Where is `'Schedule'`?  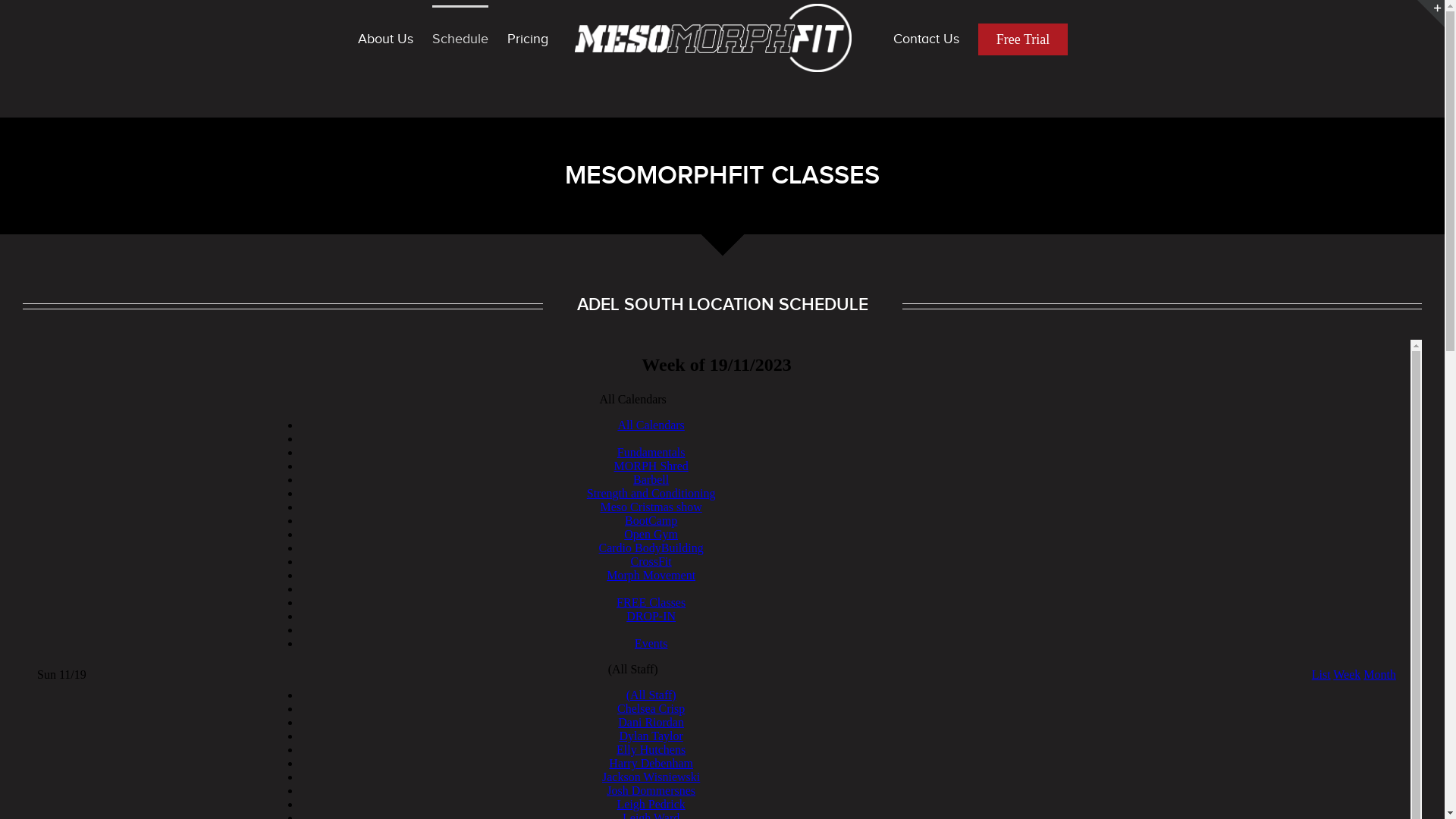 'Schedule' is located at coordinates (431, 37).